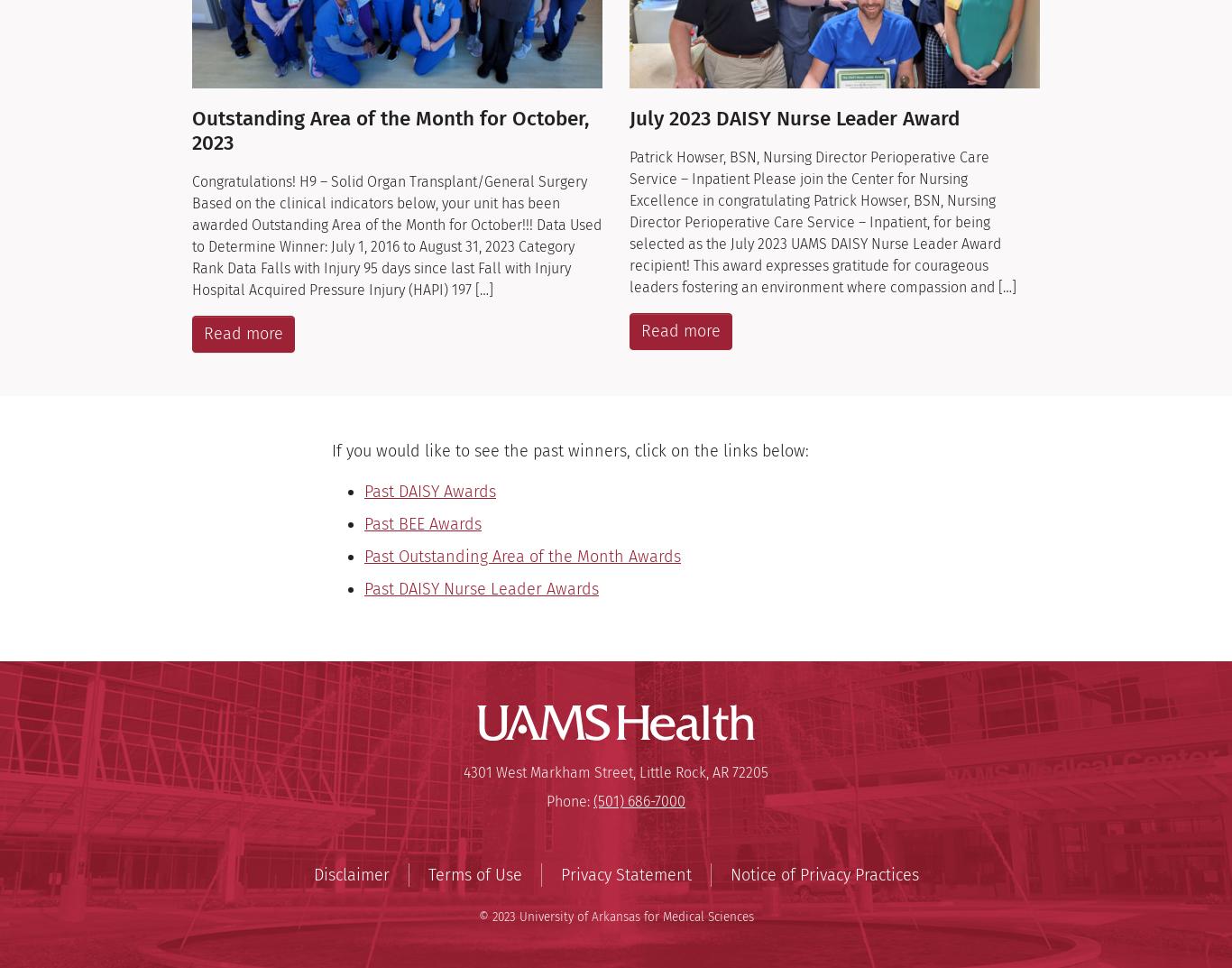 The height and width of the screenshot is (968, 1232). Describe the element at coordinates (350, 873) in the screenshot. I see `'Disclaimer'` at that location.